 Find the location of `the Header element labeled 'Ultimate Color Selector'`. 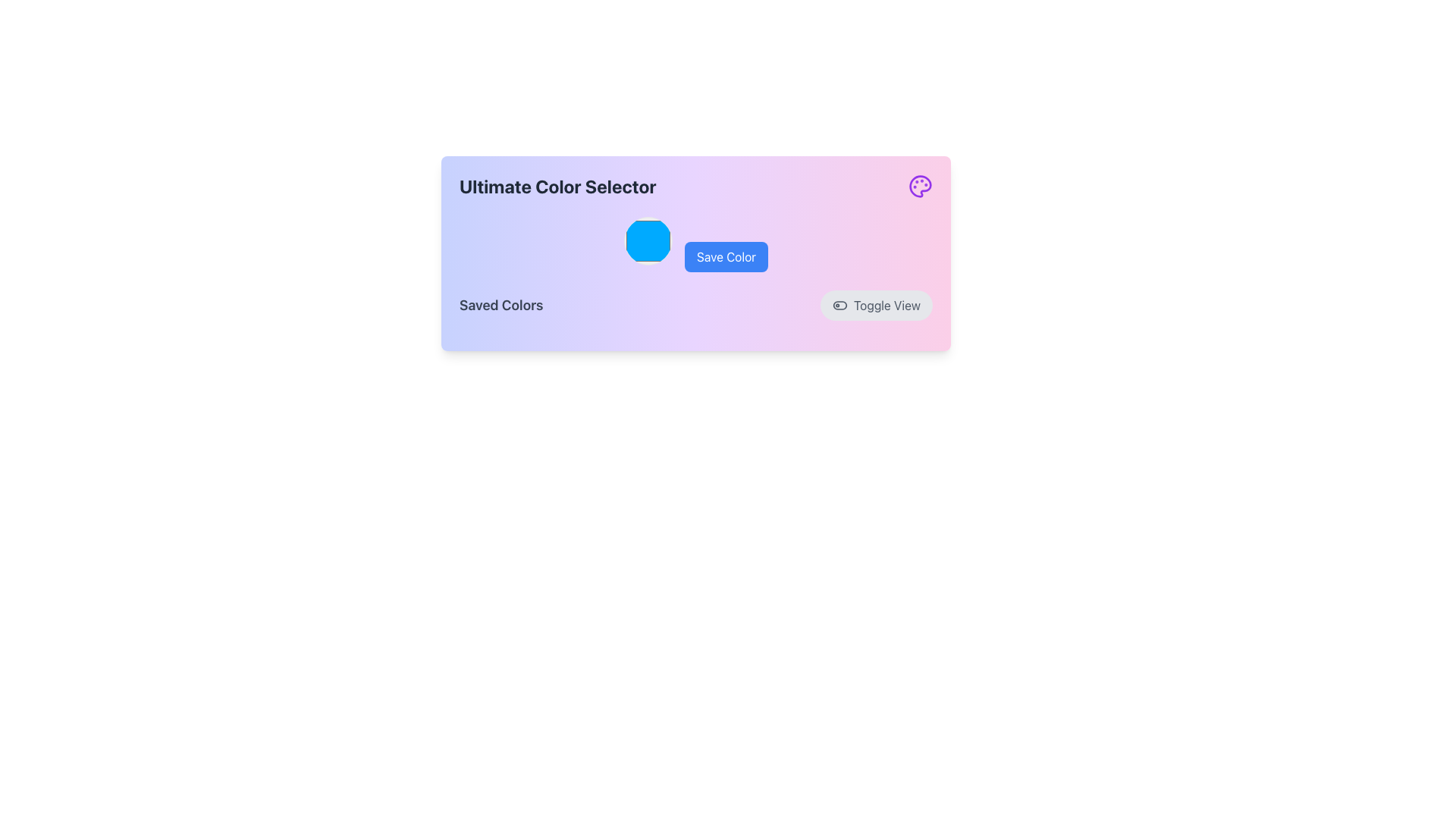

the Header element labeled 'Ultimate Color Selector' is located at coordinates (695, 186).